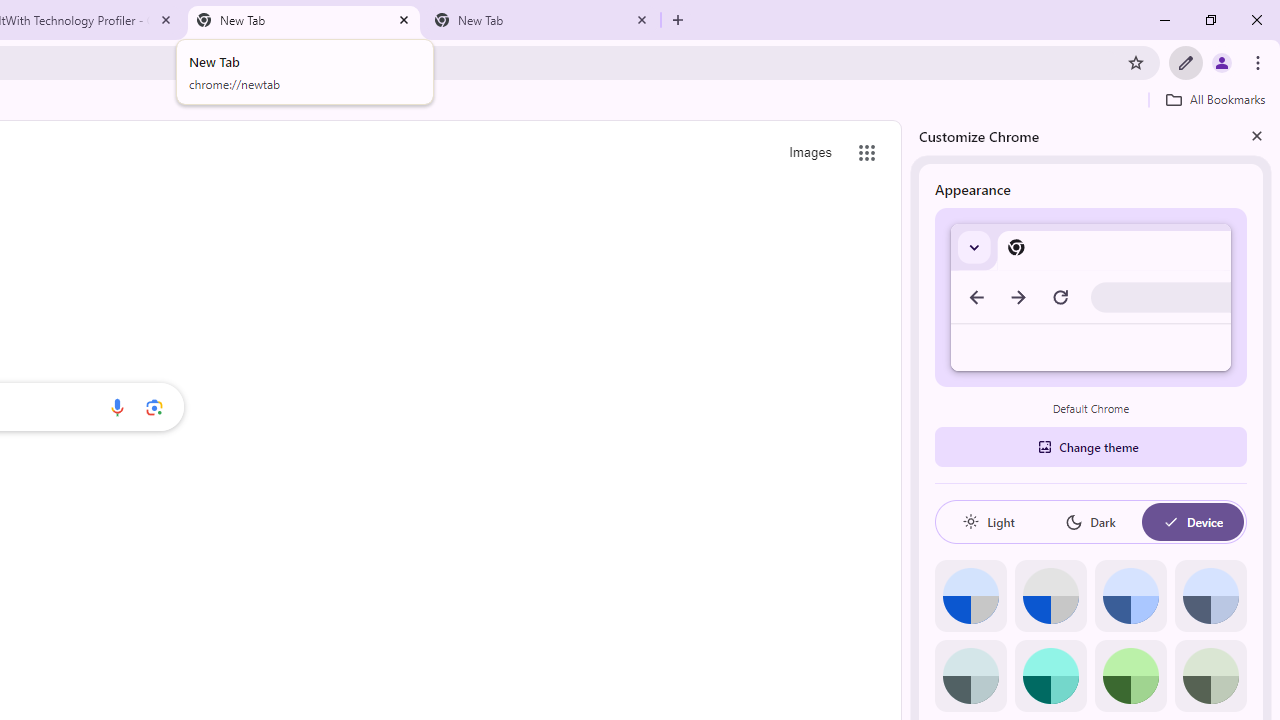 The height and width of the screenshot is (720, 1280). I want to click on 'Change theme', so click(1089, 446).